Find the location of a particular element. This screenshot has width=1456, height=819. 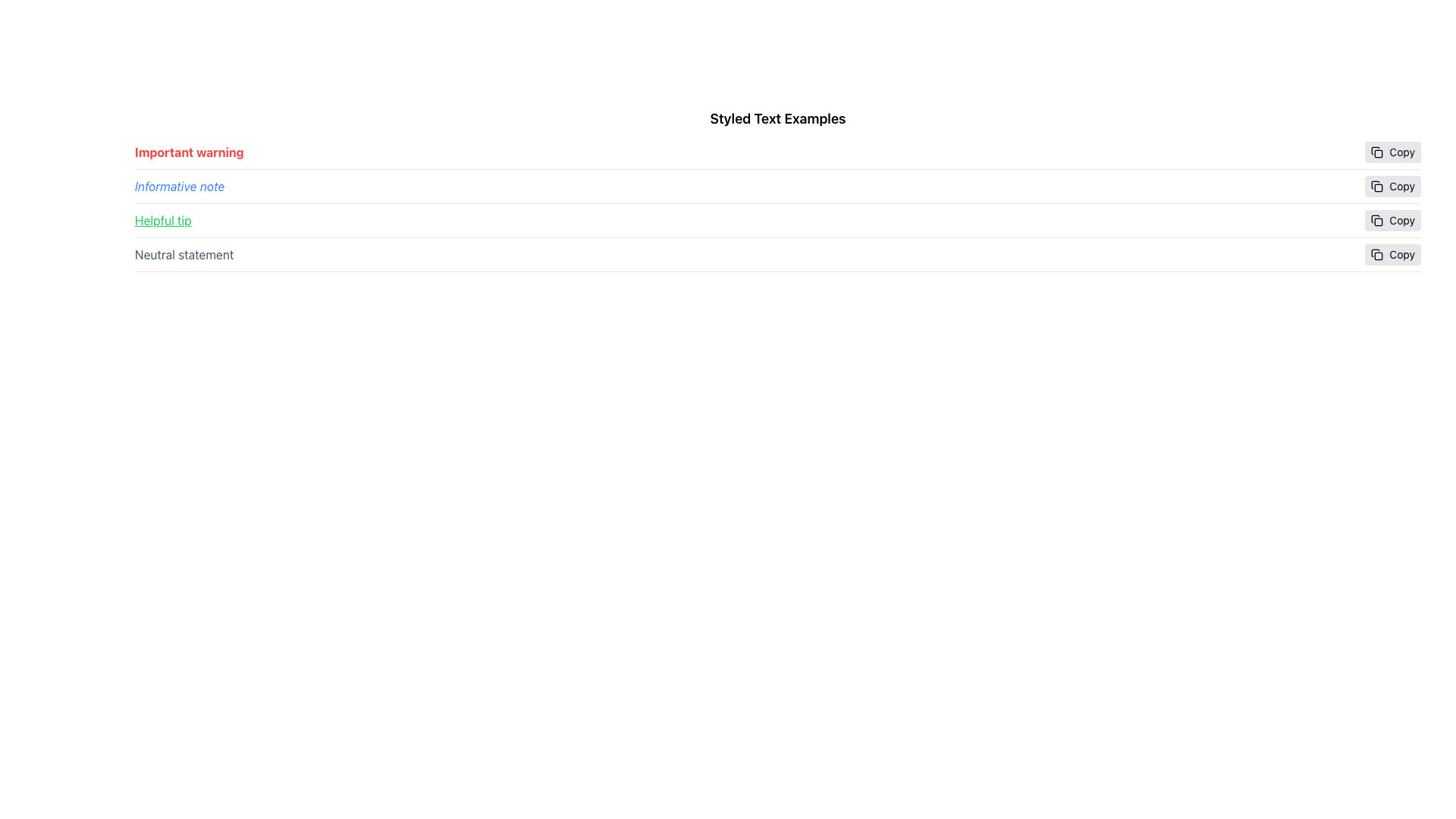

text from the section header labeled 'Styled Text Examples', which is displayed in bold and larger font at the top of the list of styled text examples is located at coordinates (778, 118).